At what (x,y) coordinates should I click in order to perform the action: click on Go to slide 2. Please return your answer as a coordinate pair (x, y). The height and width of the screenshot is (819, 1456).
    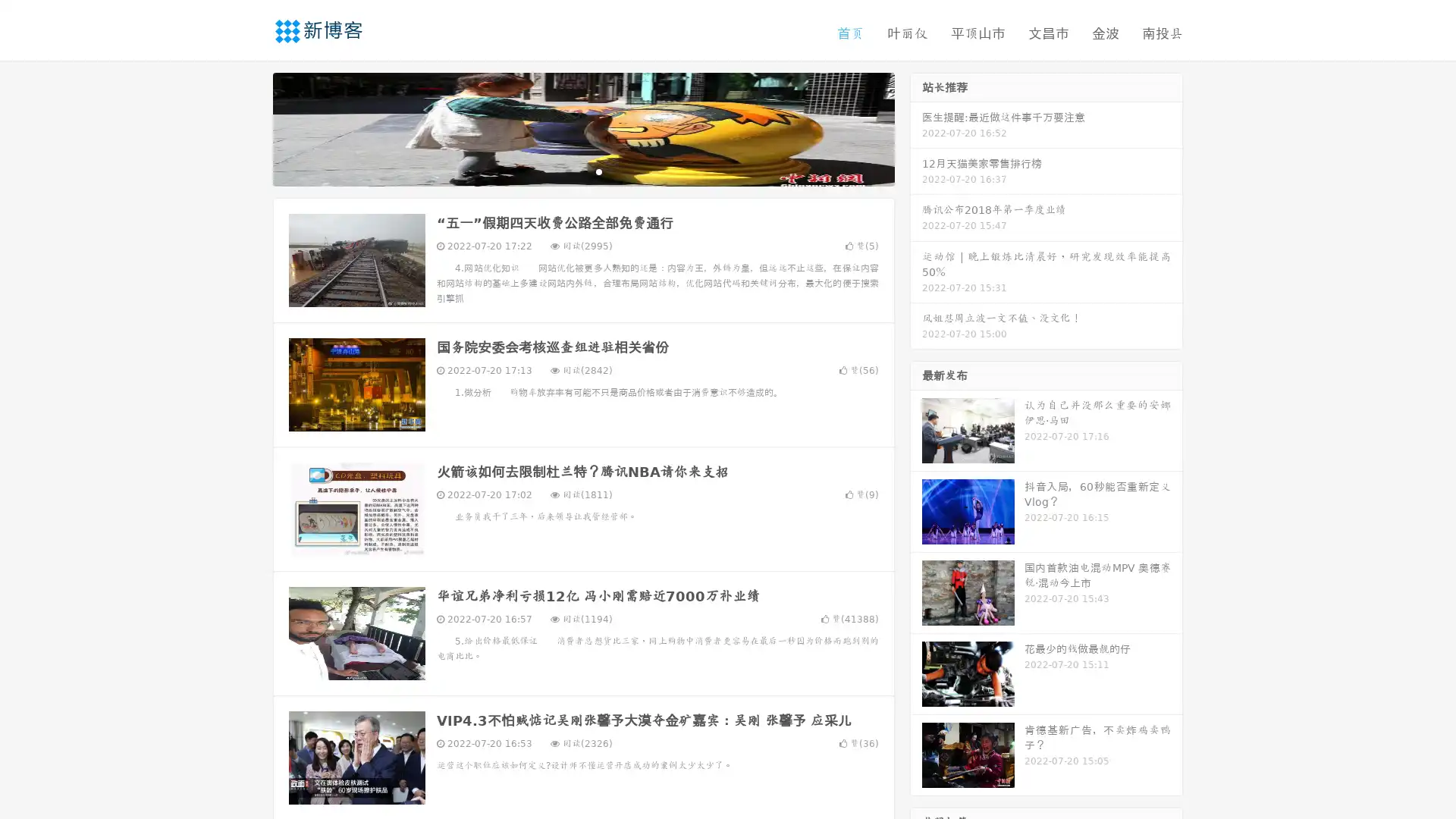
    Looking at the image, I should click on (582, 171).